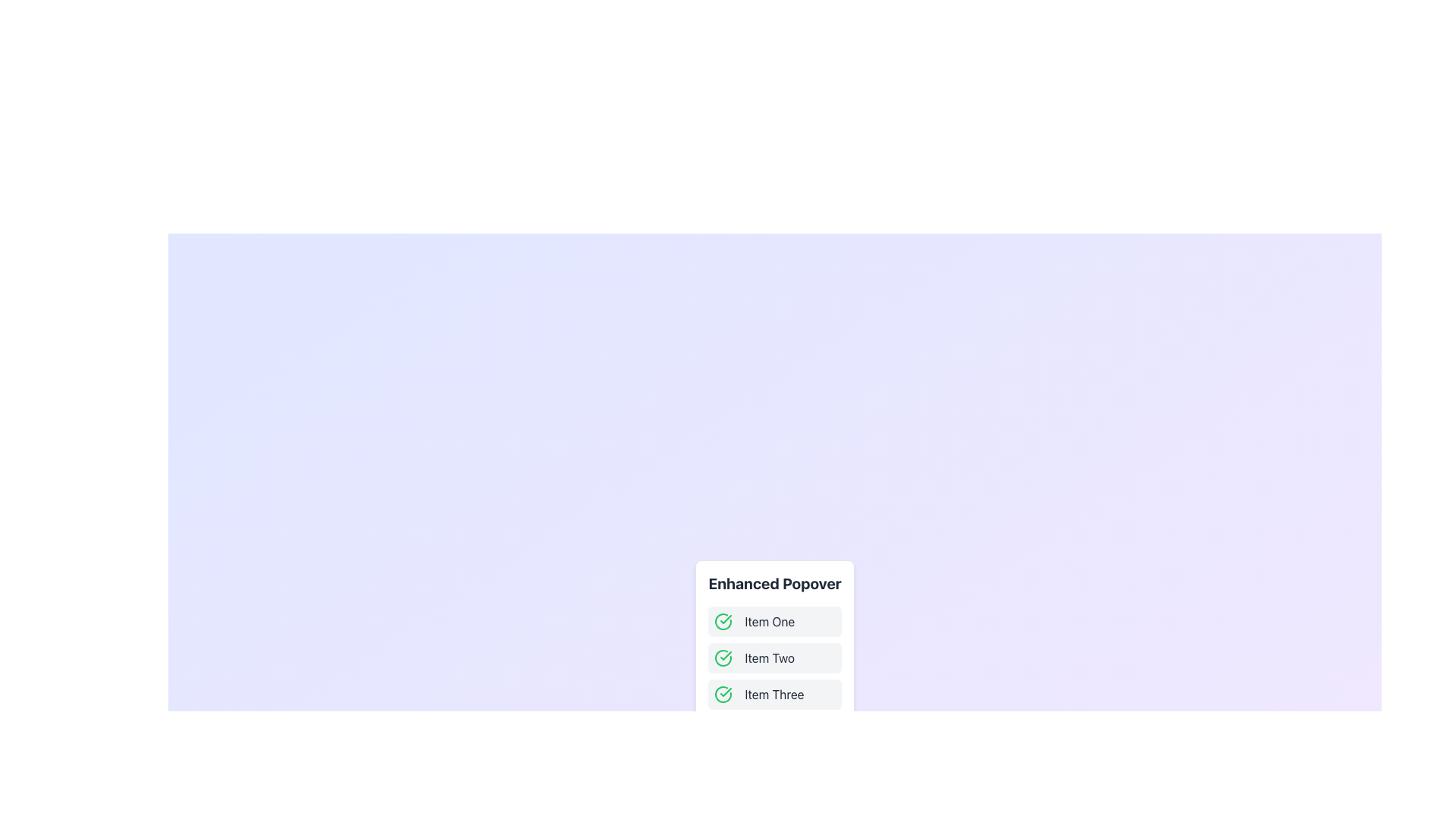 The image size is (1456, 819). Describe the element at coordinates (770, 622) in the screenshot. I see `the text label displaying 'Item One' in dark gray font, located within a horizontal arrangement next to a green circular checkmark icon` at that location.